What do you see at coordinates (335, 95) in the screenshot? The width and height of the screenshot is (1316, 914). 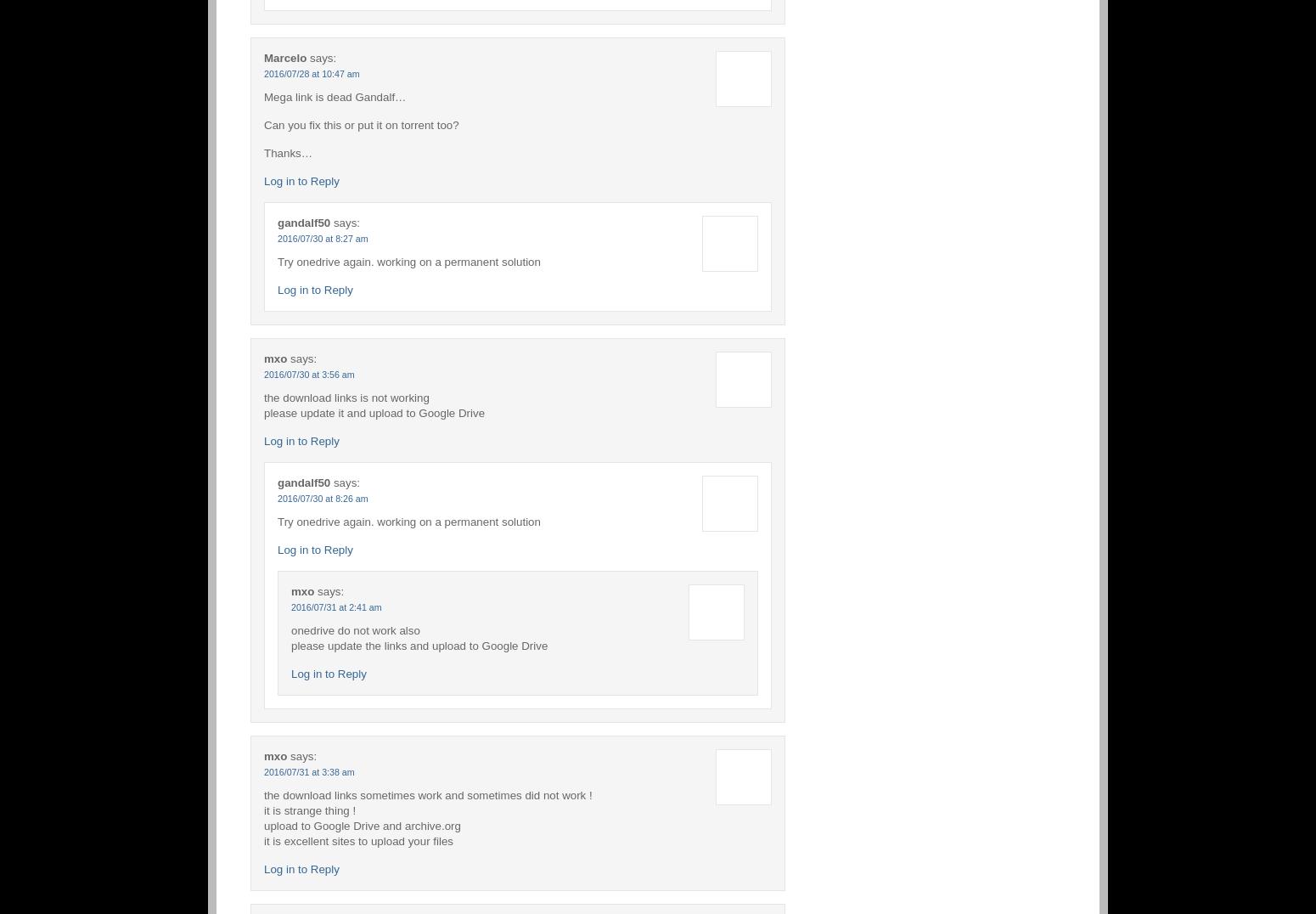 I see `'Mega link is dead Gandalf…'` at bounding box center [335, 95].